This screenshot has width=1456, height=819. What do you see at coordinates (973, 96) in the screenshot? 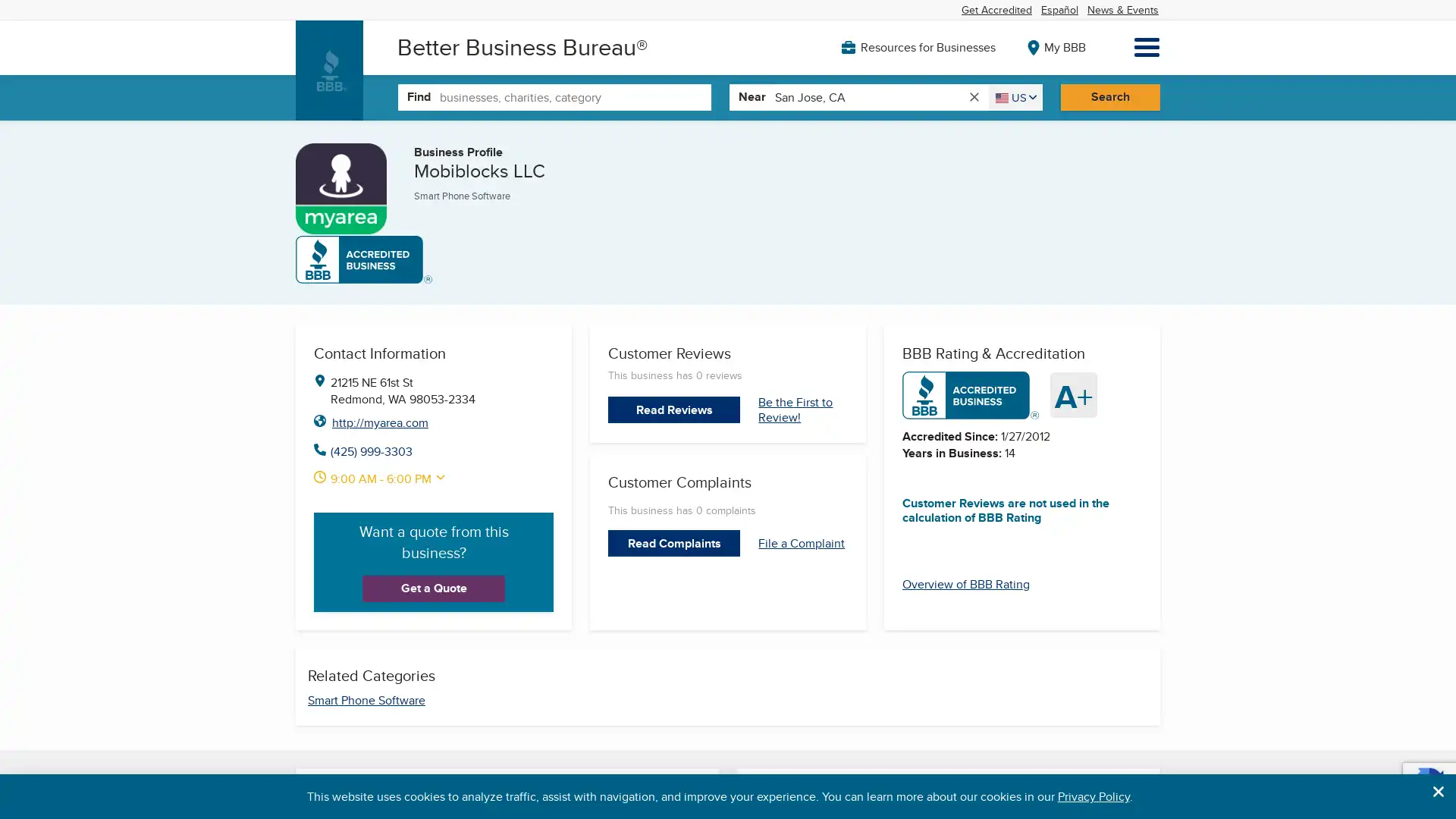
I see `clear search` at bounding box center [973, 96].